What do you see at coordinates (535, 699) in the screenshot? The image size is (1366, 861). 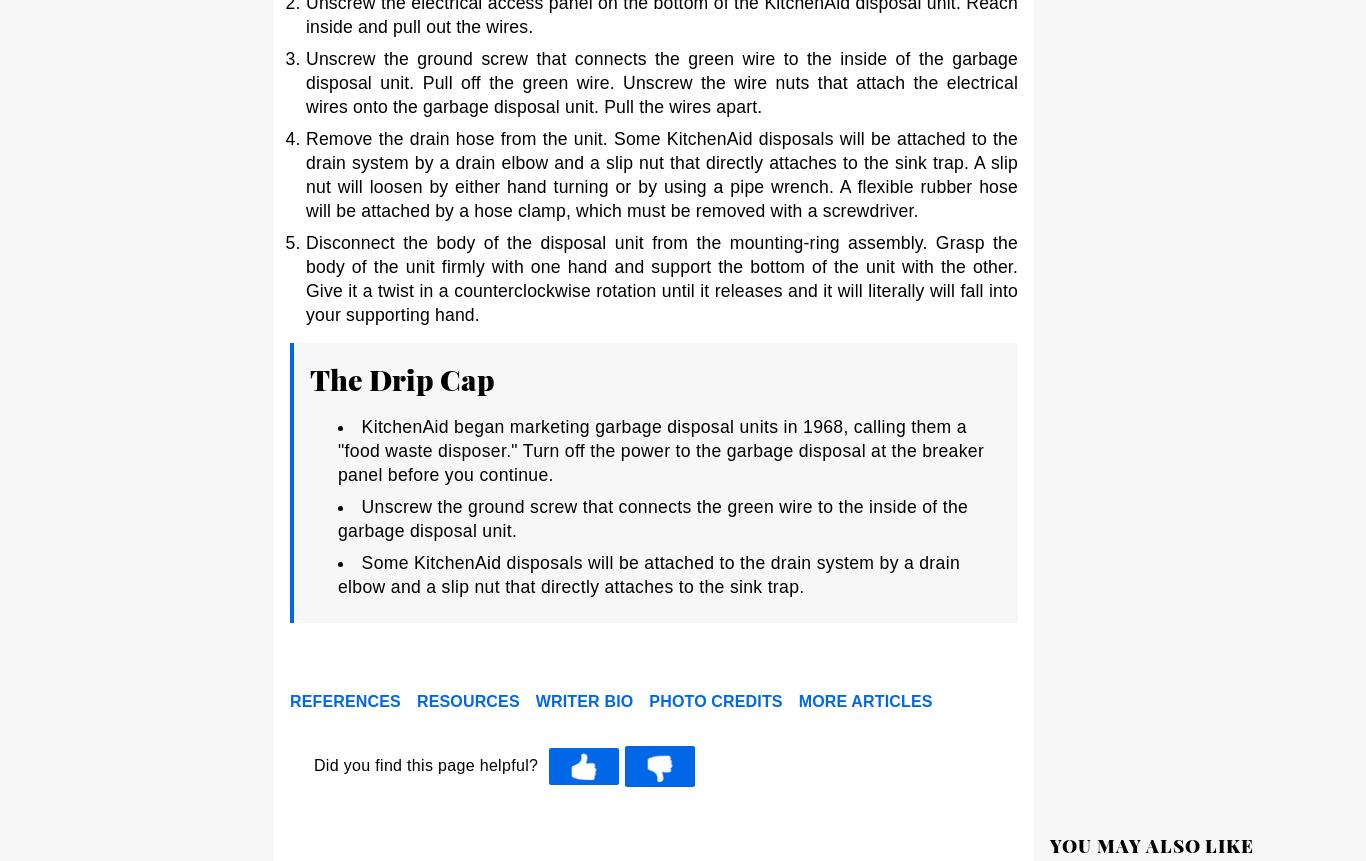 I see `'Writer Bio'` at bounding box center [535, 699].